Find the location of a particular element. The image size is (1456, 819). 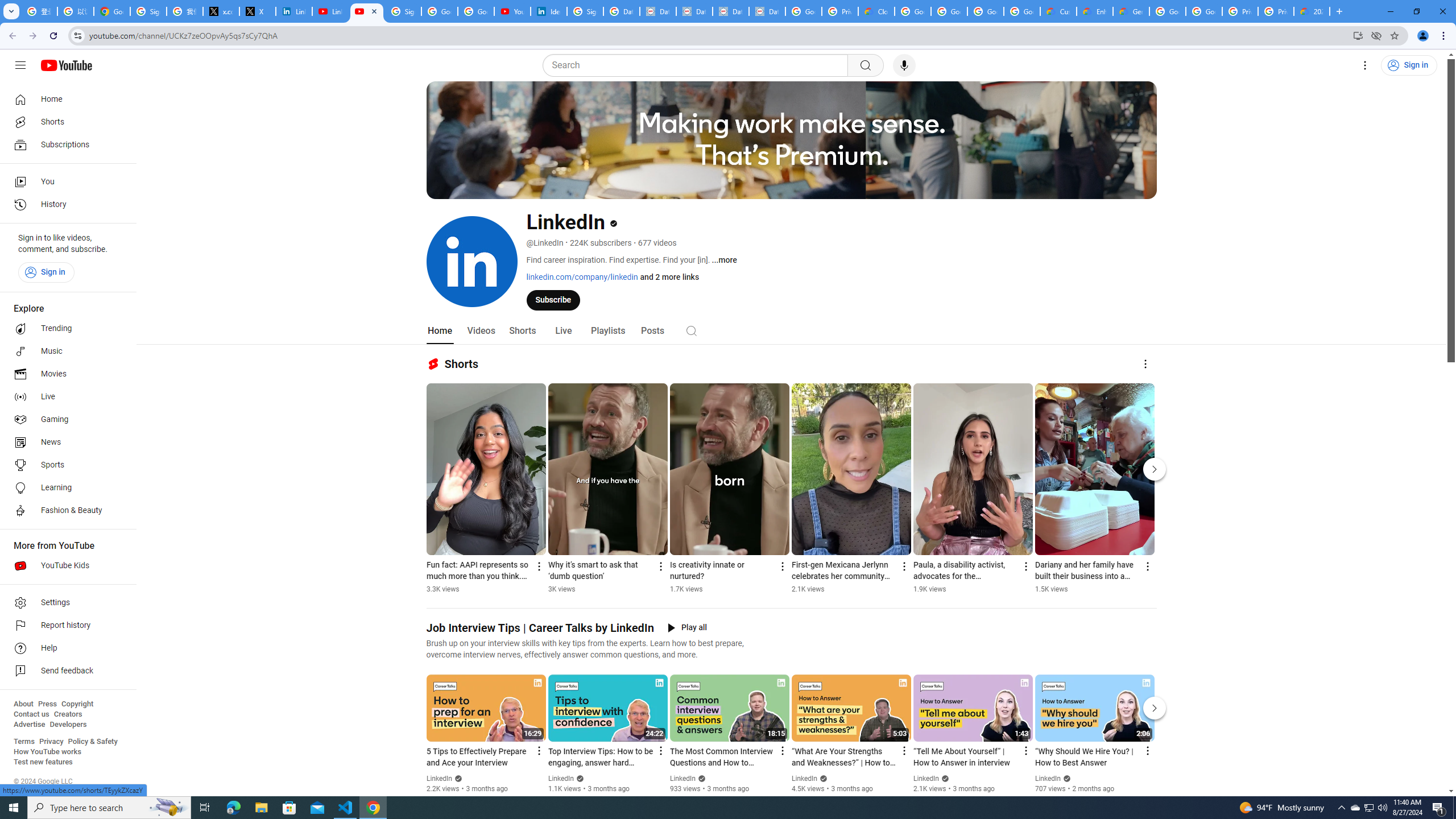

'YouTube Home' is located at coordinates (65, 65).